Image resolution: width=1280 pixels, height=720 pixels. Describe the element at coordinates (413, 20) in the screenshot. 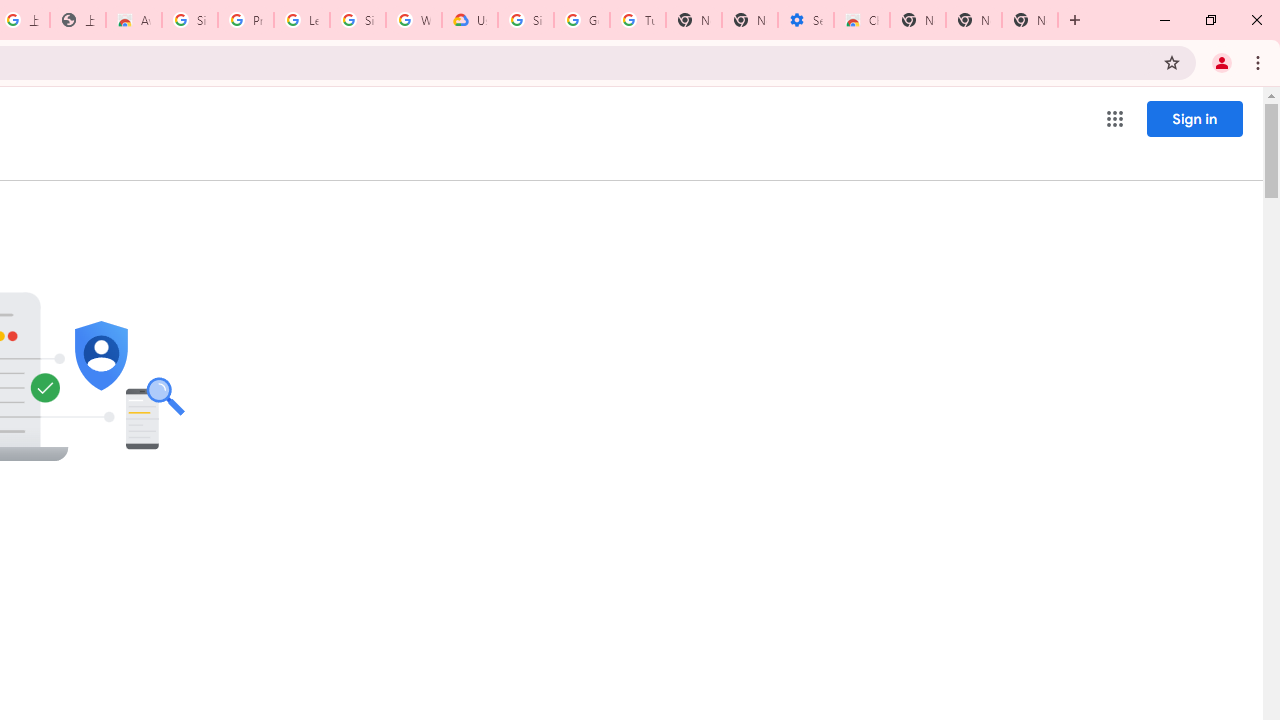

I see `'Who are Google'` at that location.